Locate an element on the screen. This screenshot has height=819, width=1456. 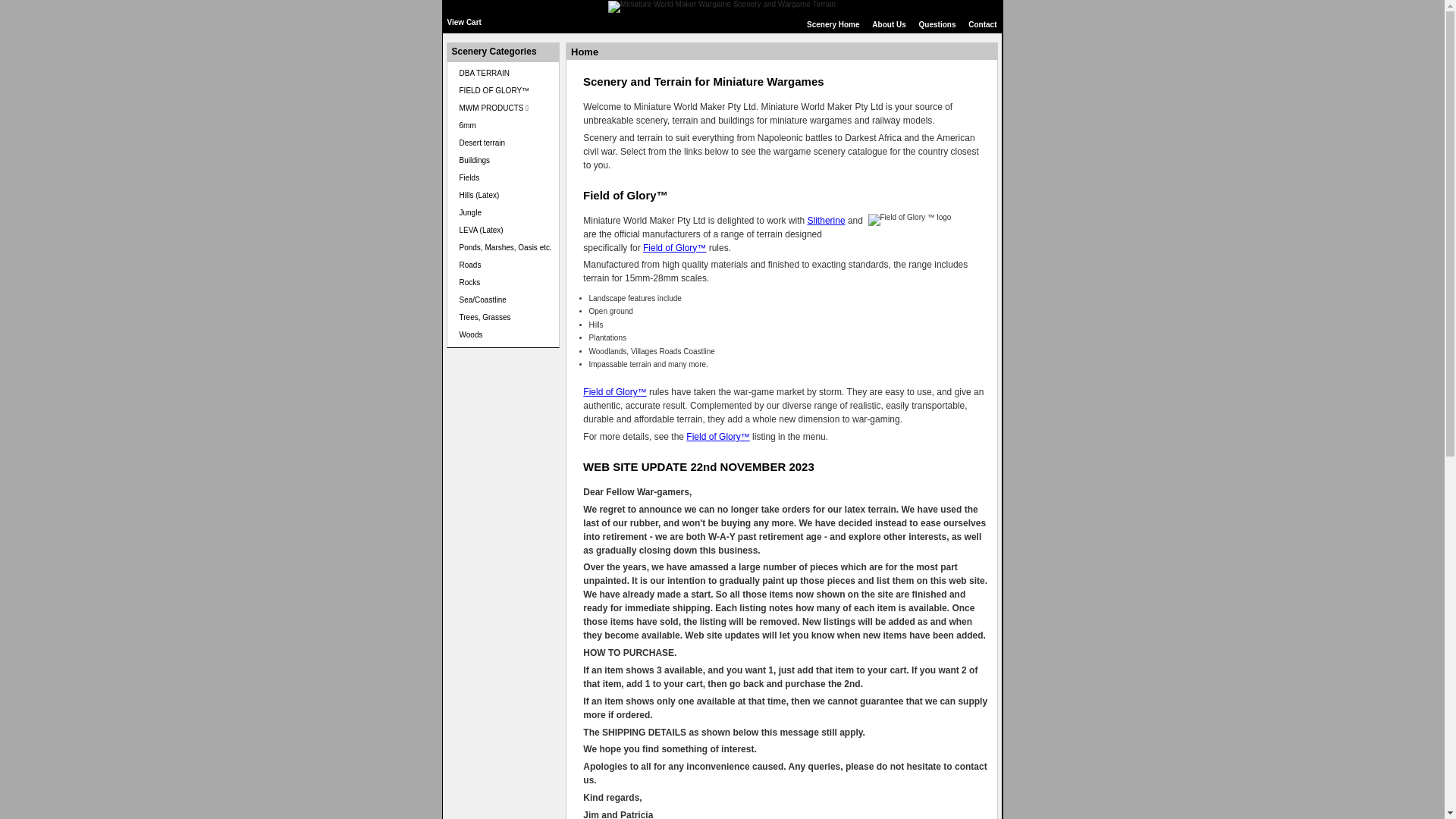
'DBA TERRAIN' is located at coordinates (484, 73).